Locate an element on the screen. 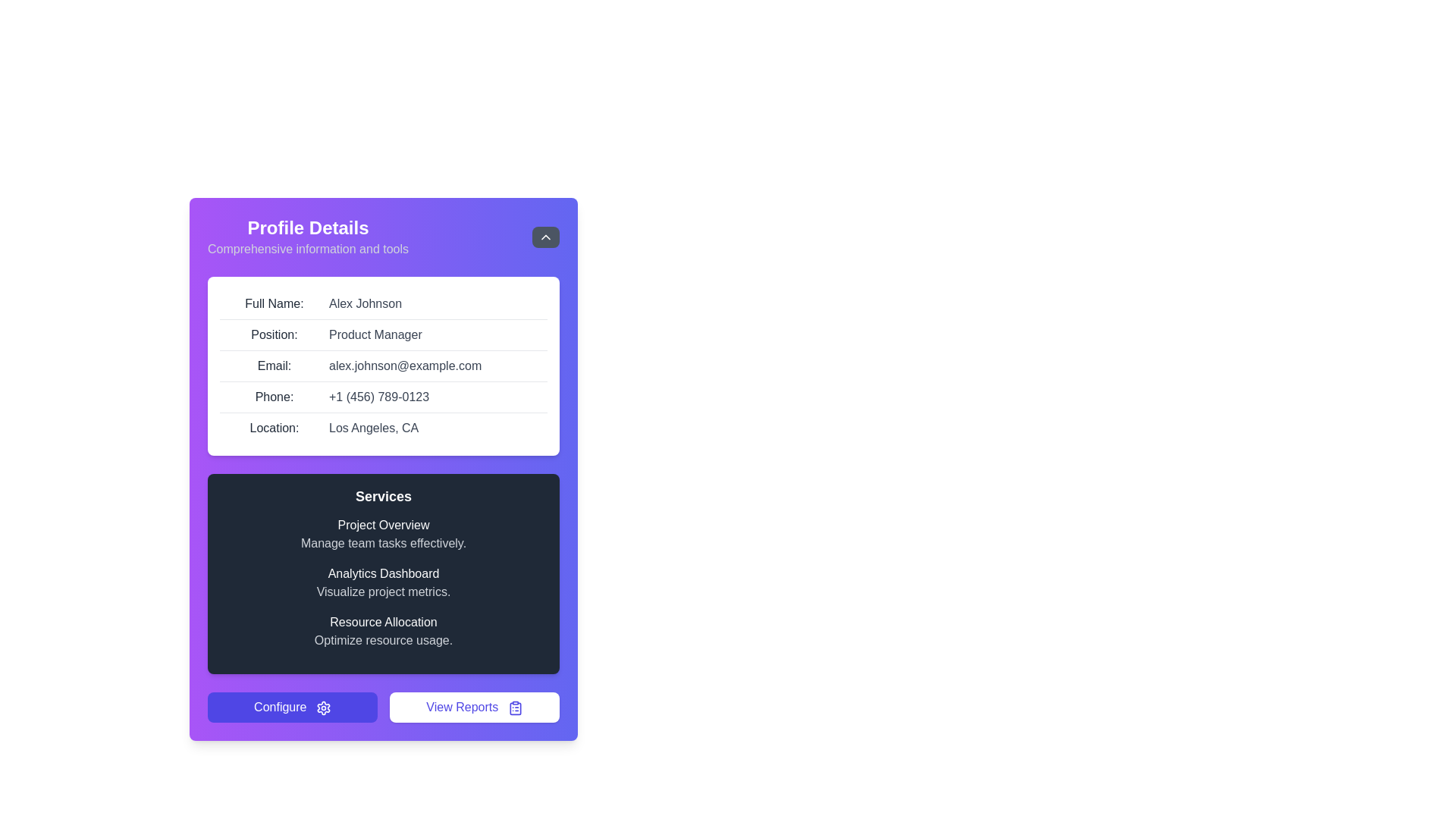 This screenshot has height=819, width=1456. the rectangular button with rounded corners labeled 'View Reports' to observe its hover effects is located at coordinates (473, 708).